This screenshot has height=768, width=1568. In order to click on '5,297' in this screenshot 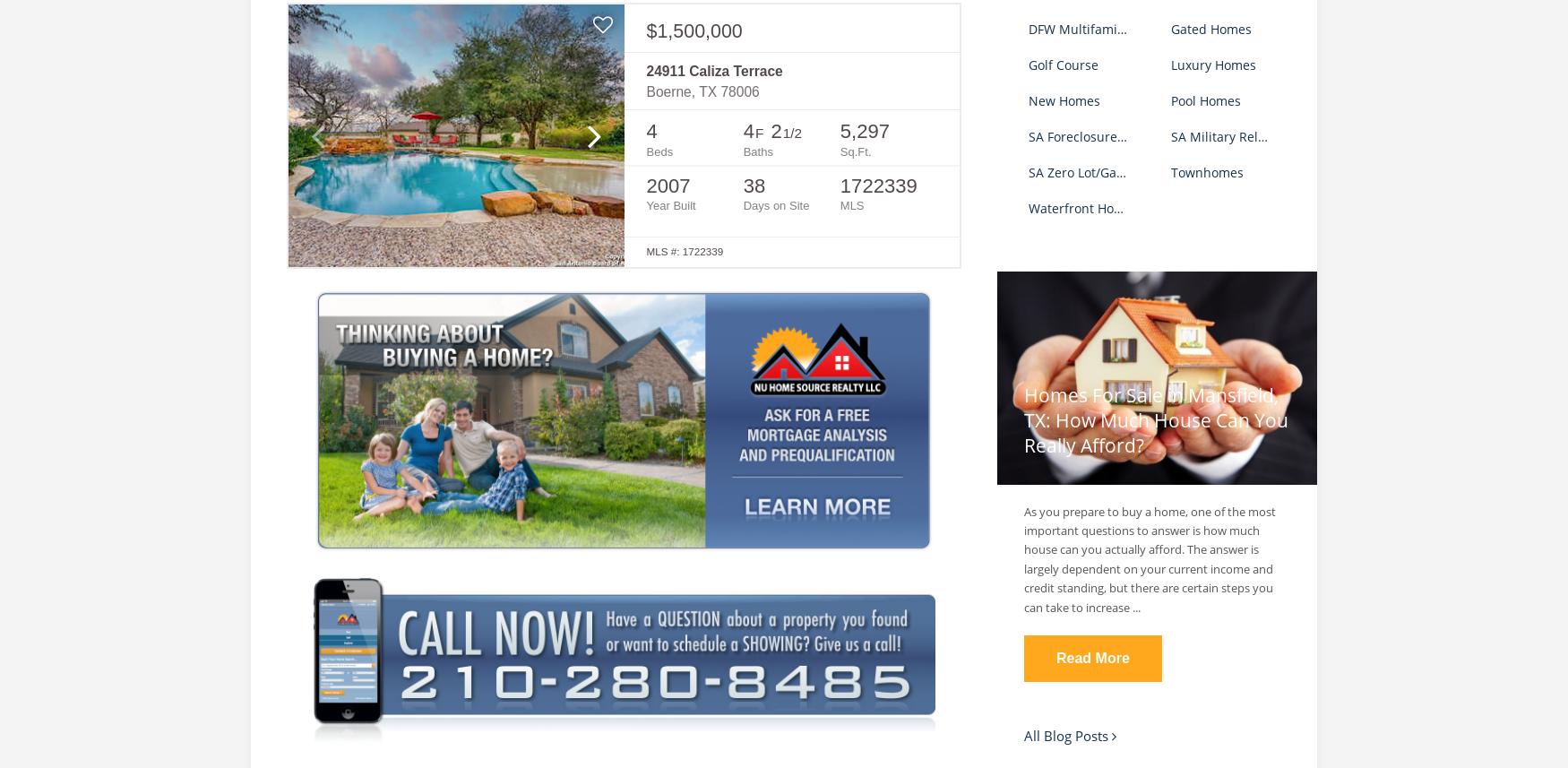, I will do `click(864, 129)`.